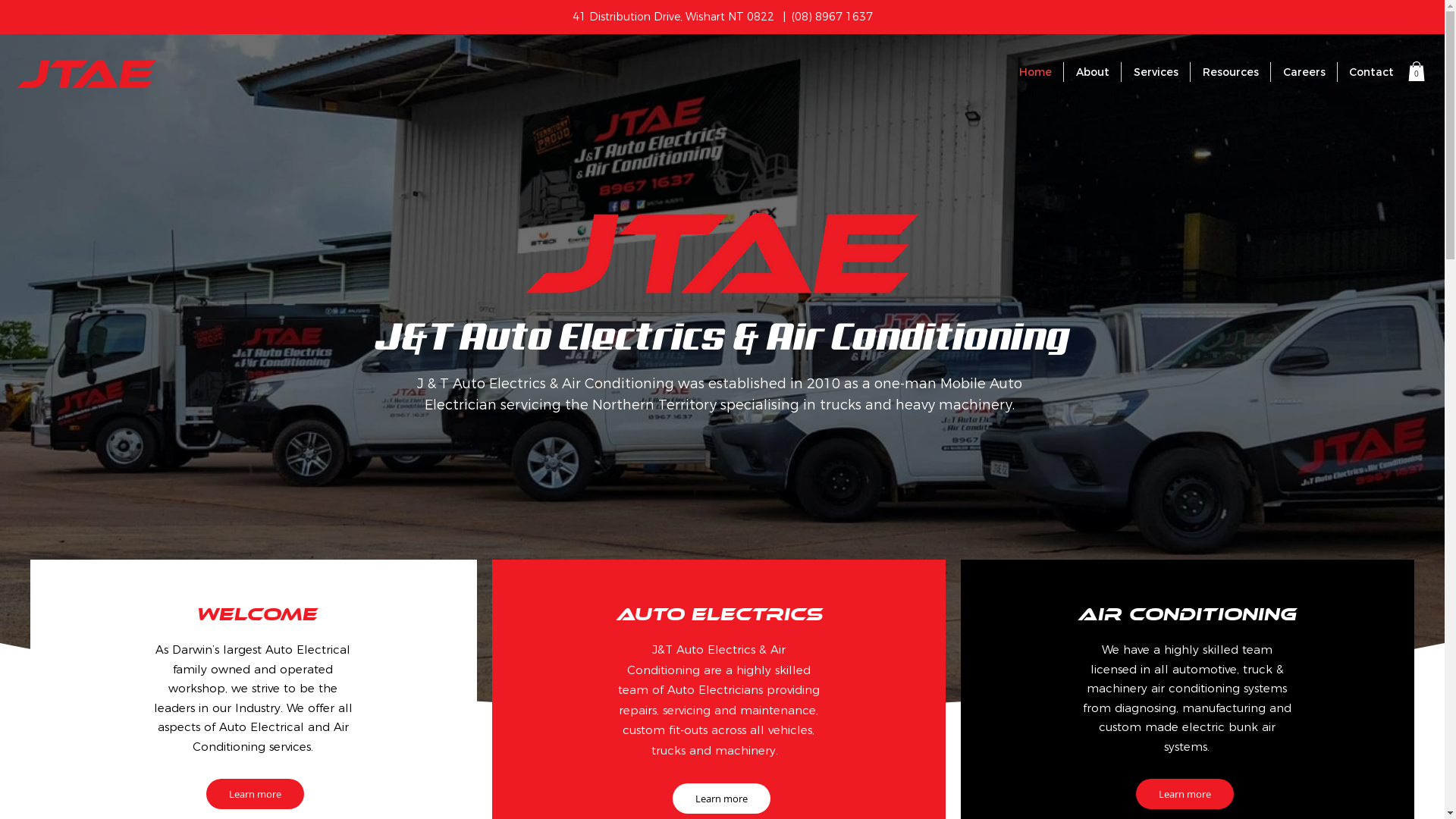  I want to click on '0', so click(1415, 71).